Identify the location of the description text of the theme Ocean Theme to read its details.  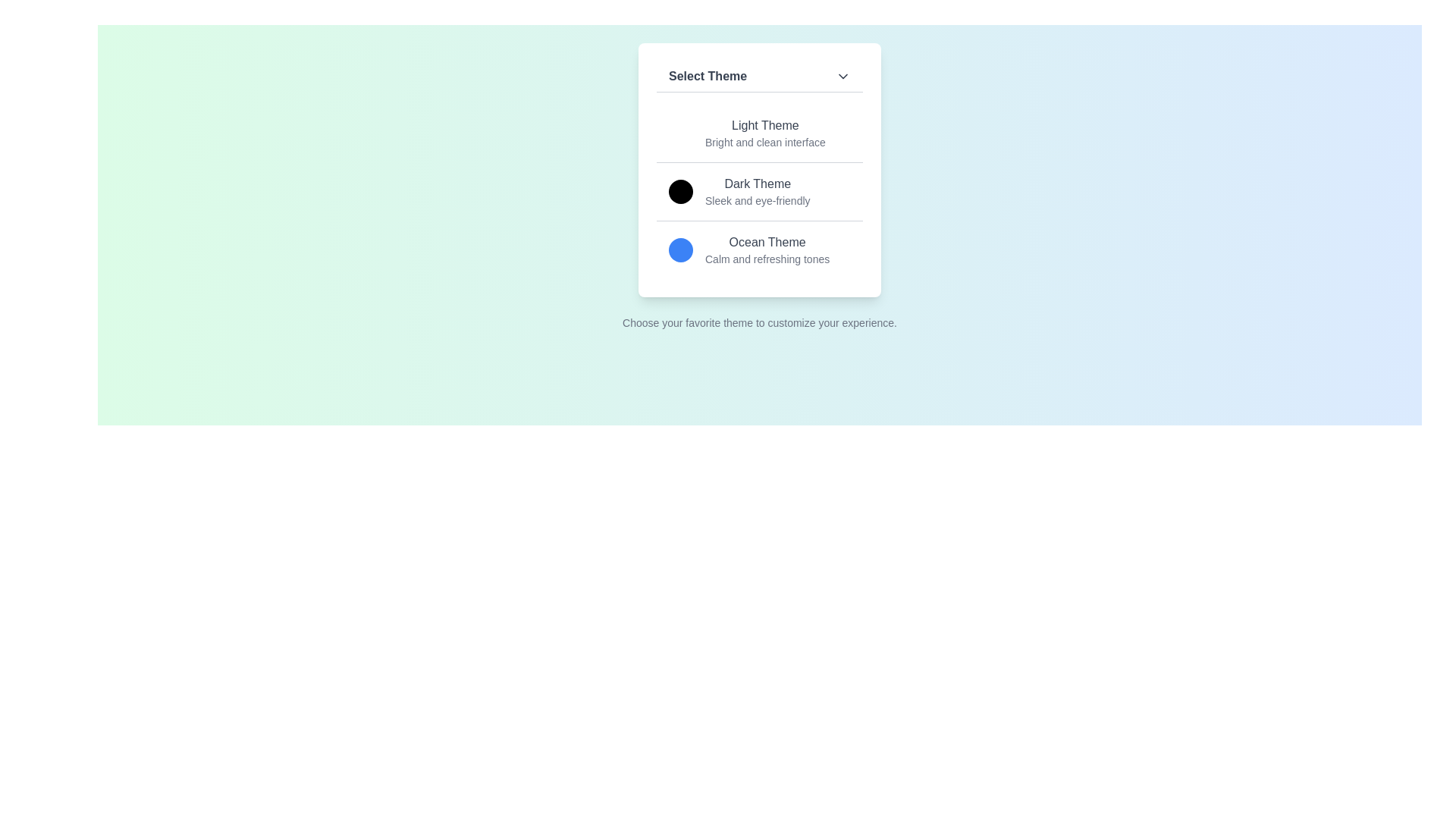
(767, 259).